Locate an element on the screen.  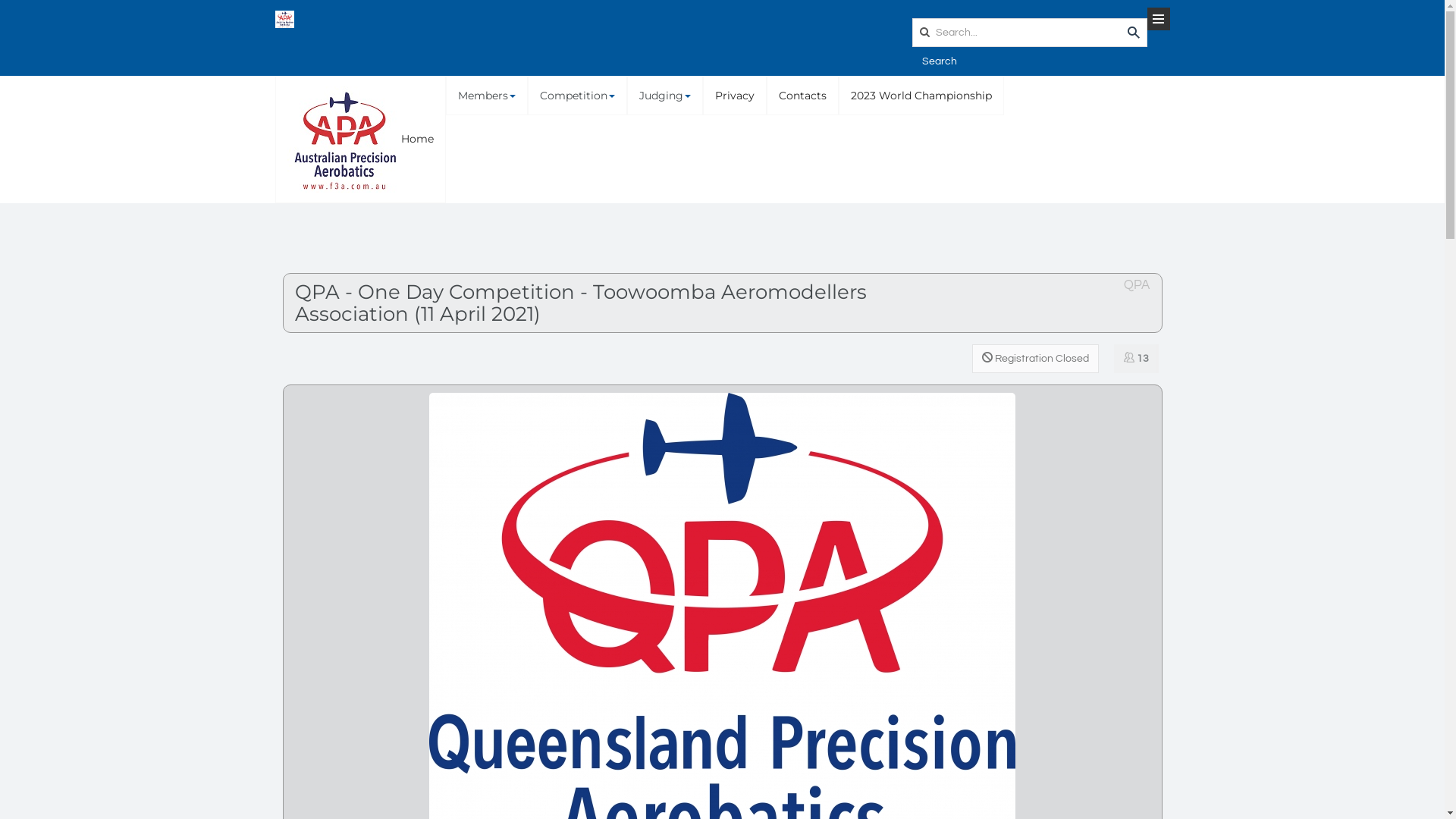
'Home' is located at coordinates (359, 140).